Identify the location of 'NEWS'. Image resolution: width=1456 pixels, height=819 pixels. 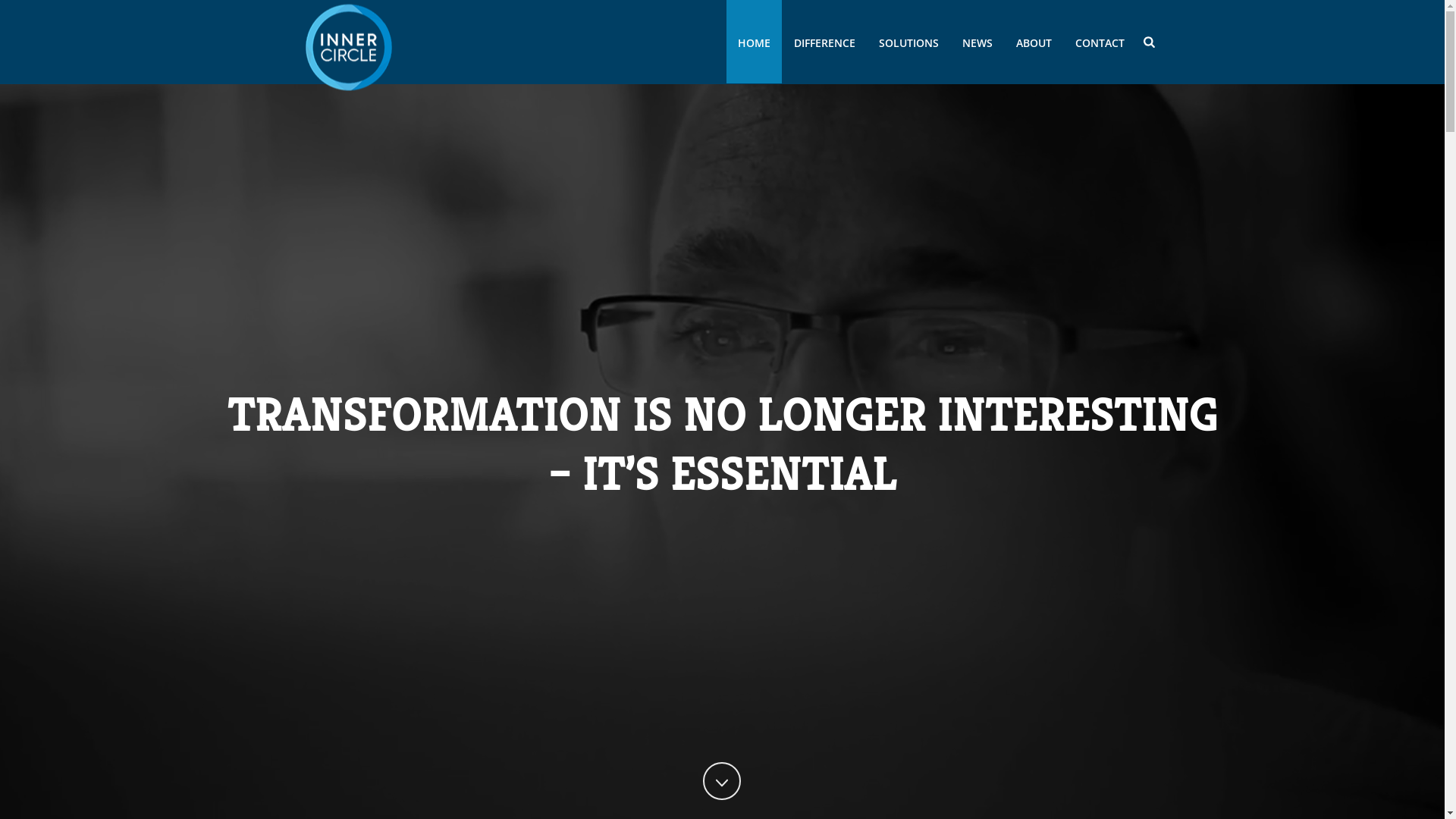
(977, 40).